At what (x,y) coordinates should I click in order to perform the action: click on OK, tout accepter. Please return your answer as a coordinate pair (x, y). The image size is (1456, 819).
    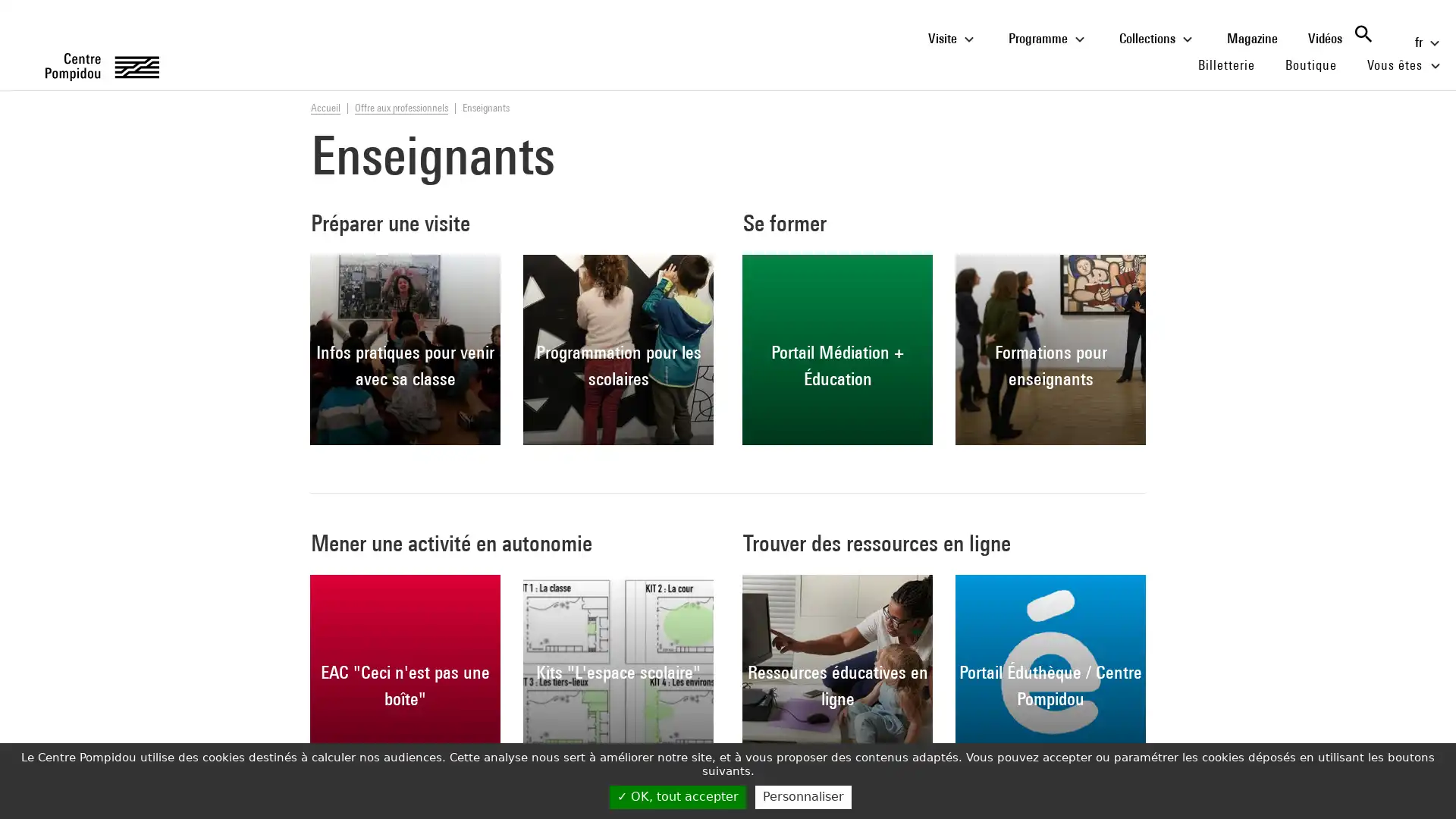
    Looking at the image, I should click on (676, 796).